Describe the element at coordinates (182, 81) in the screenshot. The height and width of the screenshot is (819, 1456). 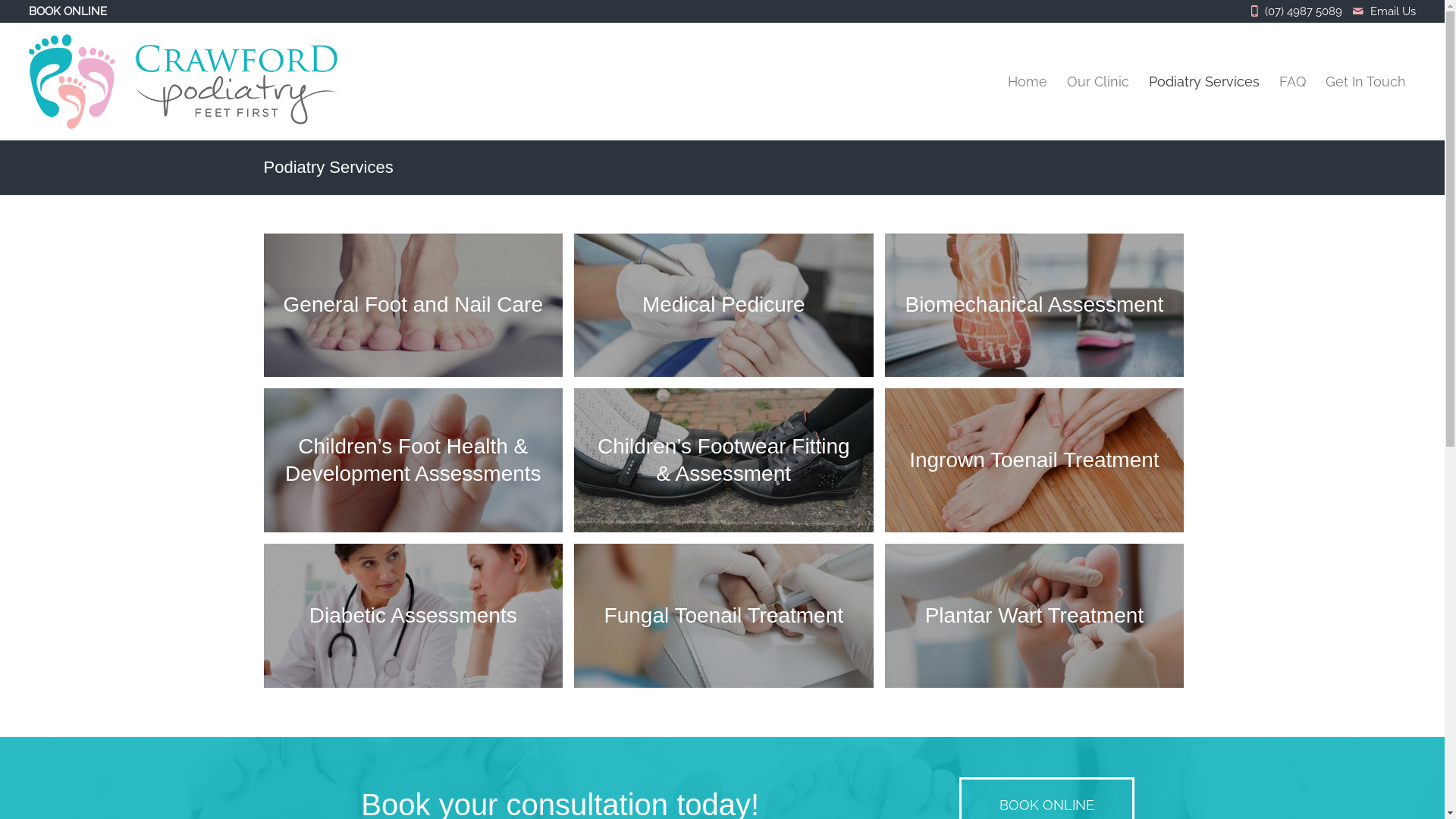
I see `'crawford-logo'` at that location.